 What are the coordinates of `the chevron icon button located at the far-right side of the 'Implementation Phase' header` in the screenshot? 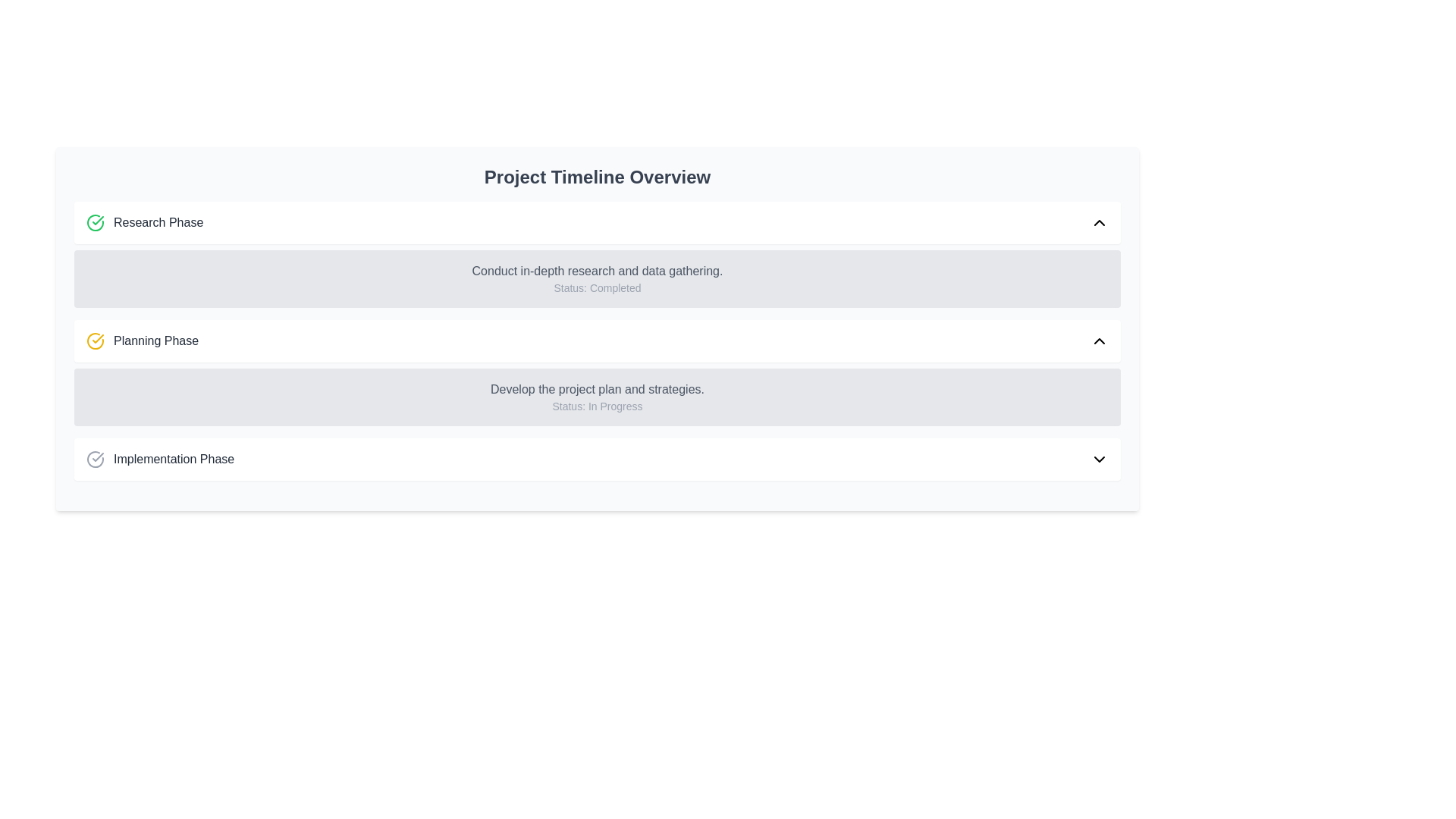 It's located at (1099, 458).